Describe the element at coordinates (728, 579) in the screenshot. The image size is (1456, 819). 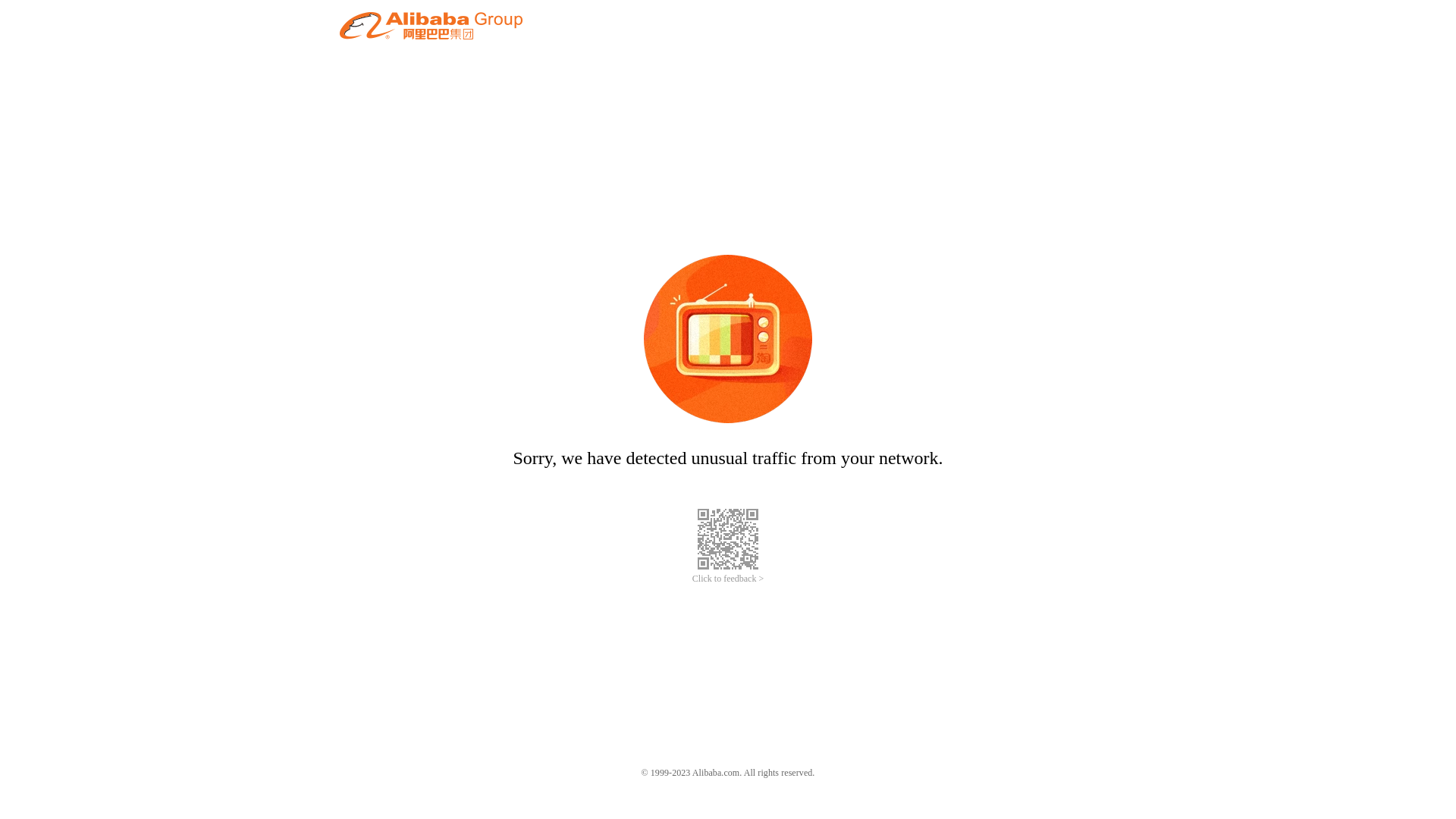
I see `'Click to feedback >'` at that location.